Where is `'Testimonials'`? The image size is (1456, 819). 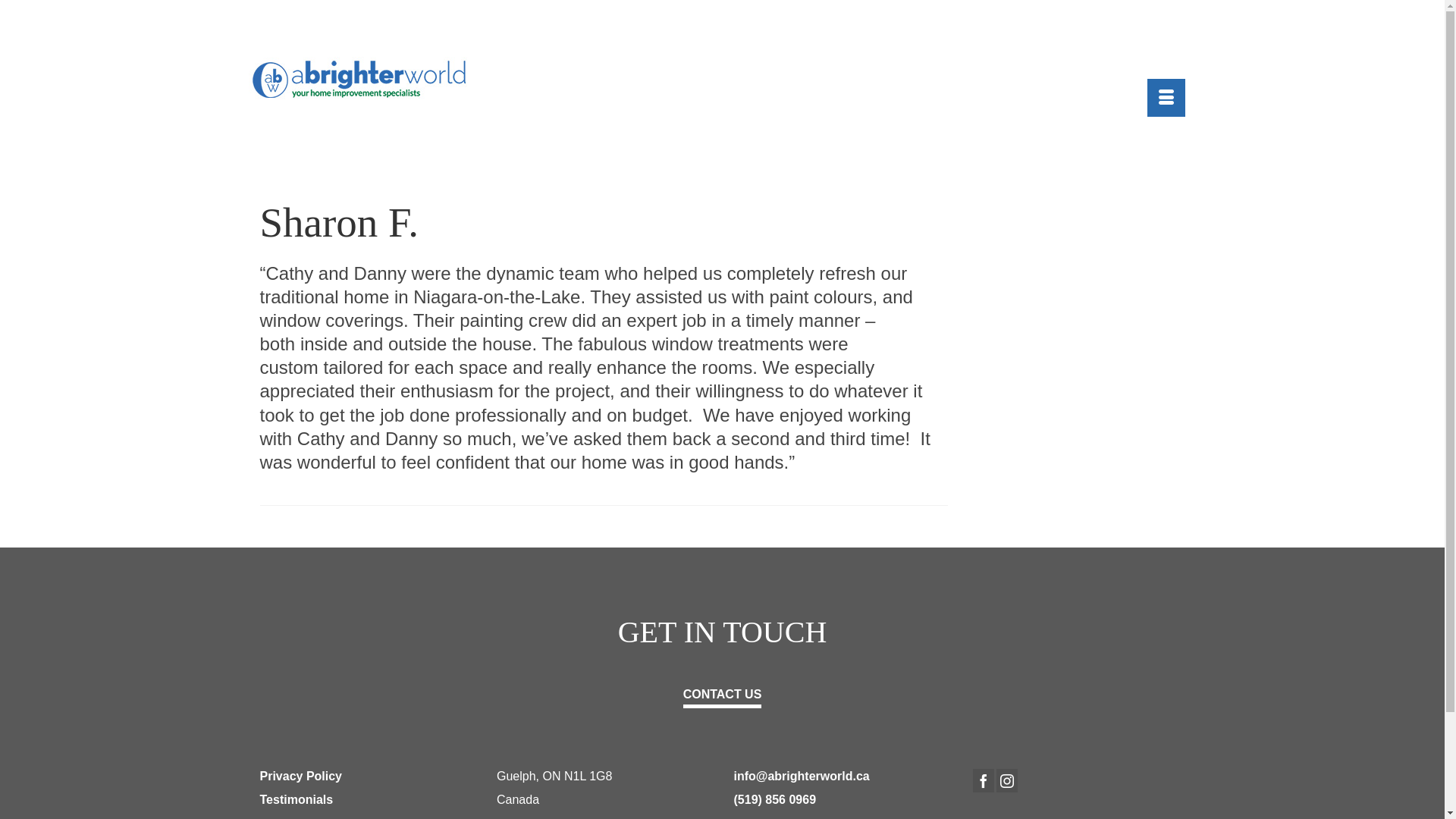 'Testimonials' is located at coordinates (296, 799).